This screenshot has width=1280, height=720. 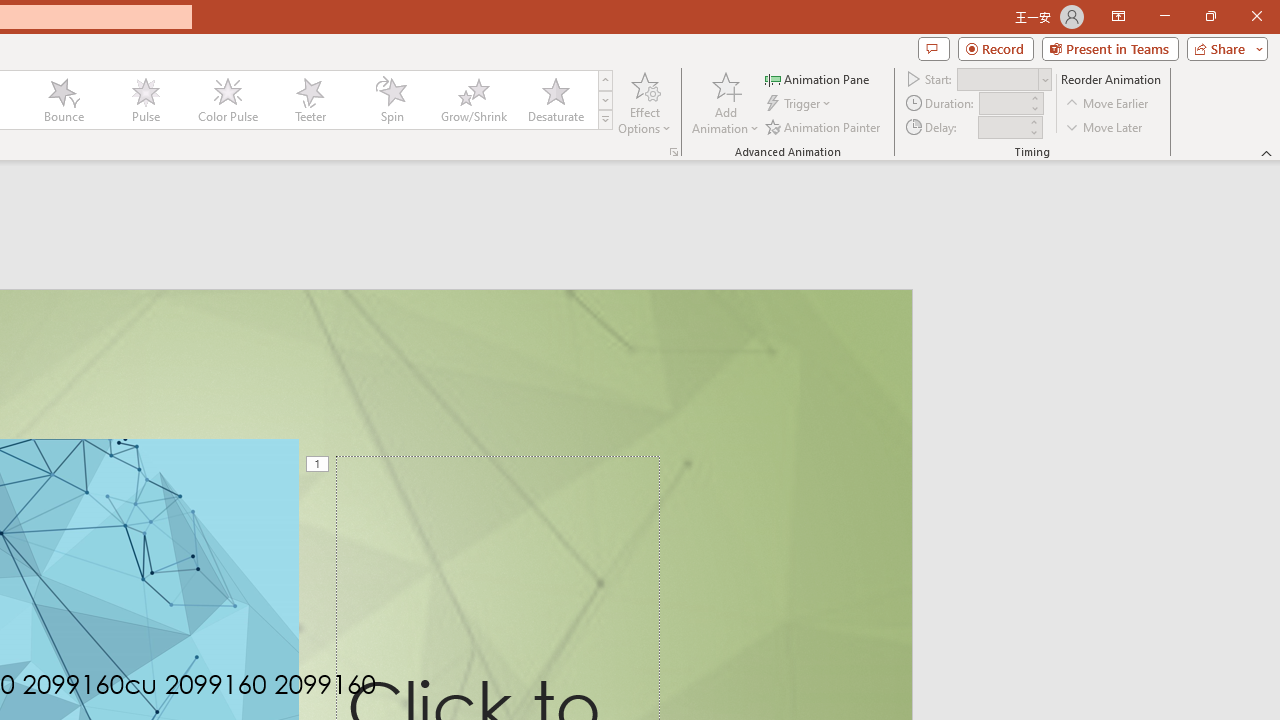 I want to click on 'More Options...', so click(x=673, y=150).